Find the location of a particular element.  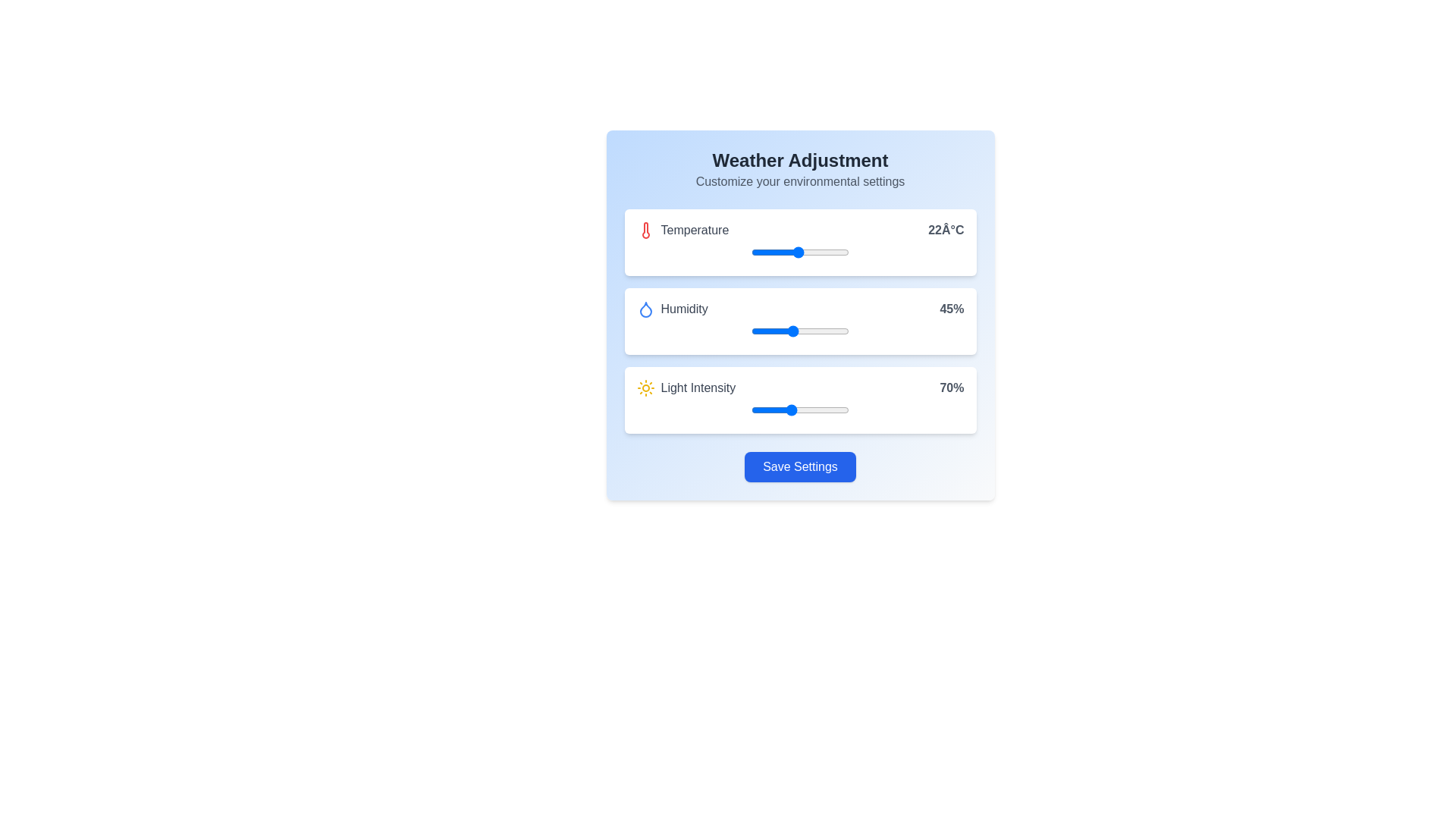

the 'Save' button located at the bottom of the 'Weather Adjustment' card is located at coordinates (799, 466).